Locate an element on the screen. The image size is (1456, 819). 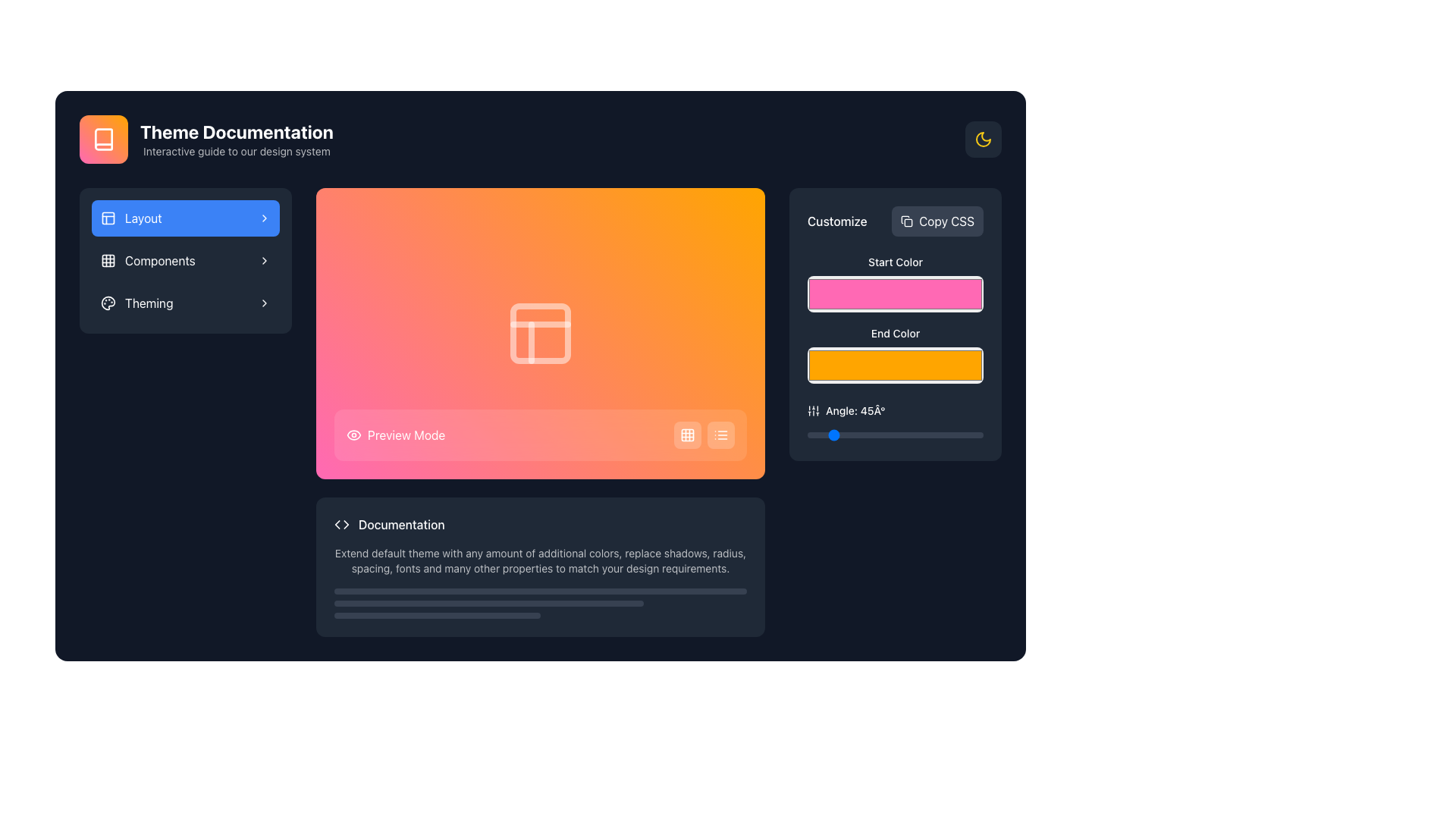
the documentation icon, which is centered within a square card with a gradient background in the top-left corner of the header is located at coordinates (103, 140).